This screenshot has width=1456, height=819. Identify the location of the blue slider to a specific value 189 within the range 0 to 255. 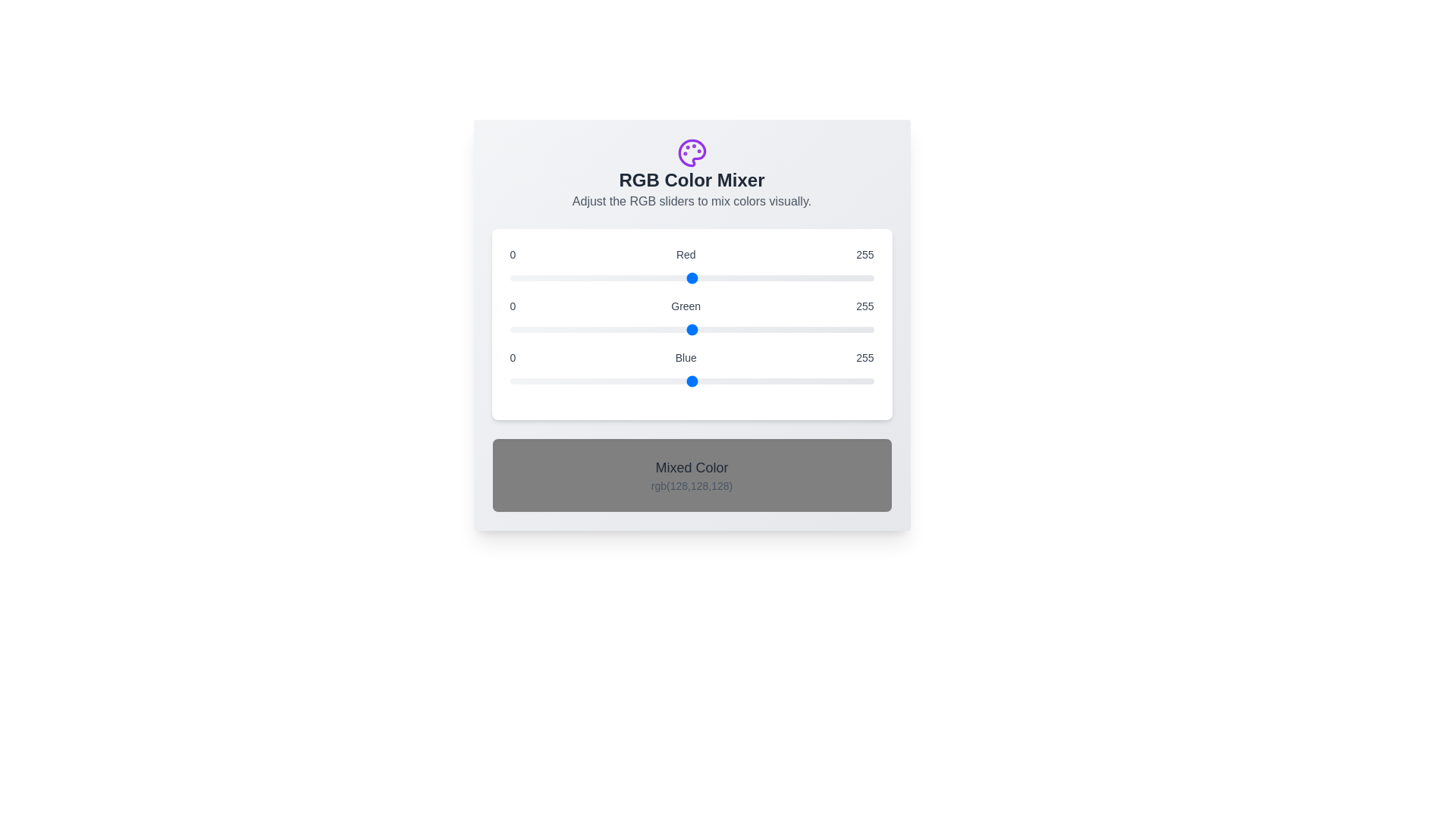
(780, 380).